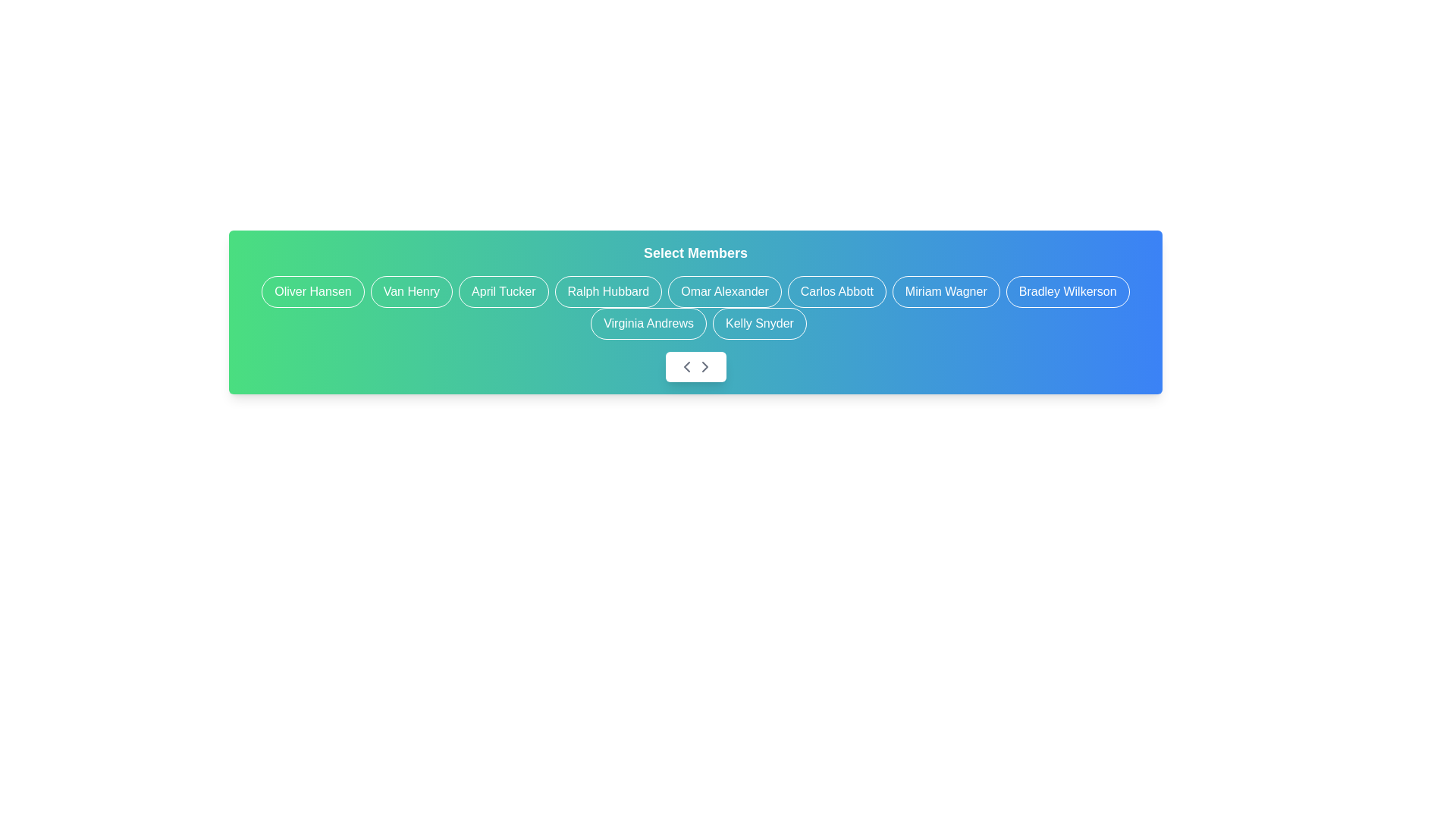 The height and width of the screenshot is (819, 1456). I want to click on the rounded button labeled 'Kelly Snyder' located in the bottom-right of the grid for additional options if enabled, so click(759, 323).